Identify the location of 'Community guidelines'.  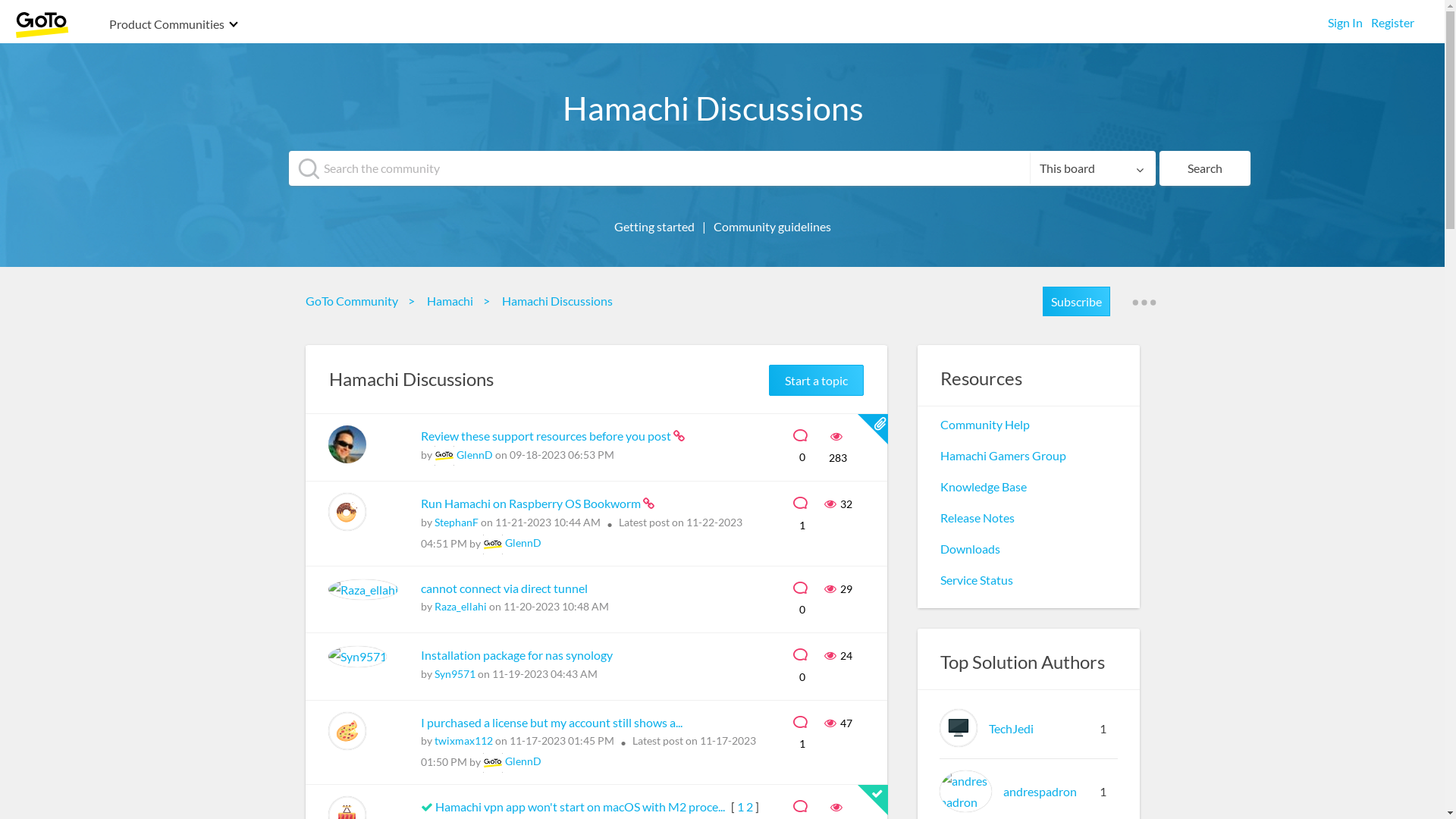
(772, 226).